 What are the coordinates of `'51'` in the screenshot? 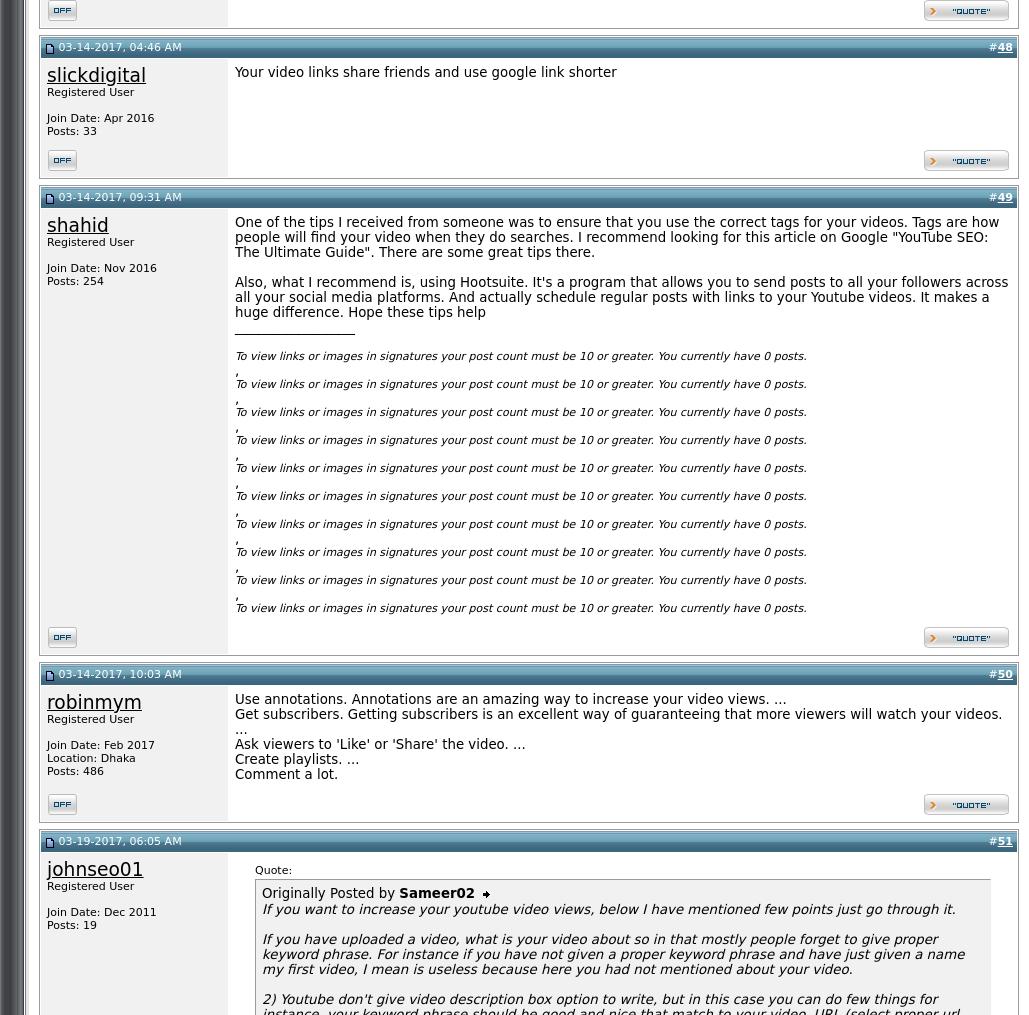 It's located at (995, 841).